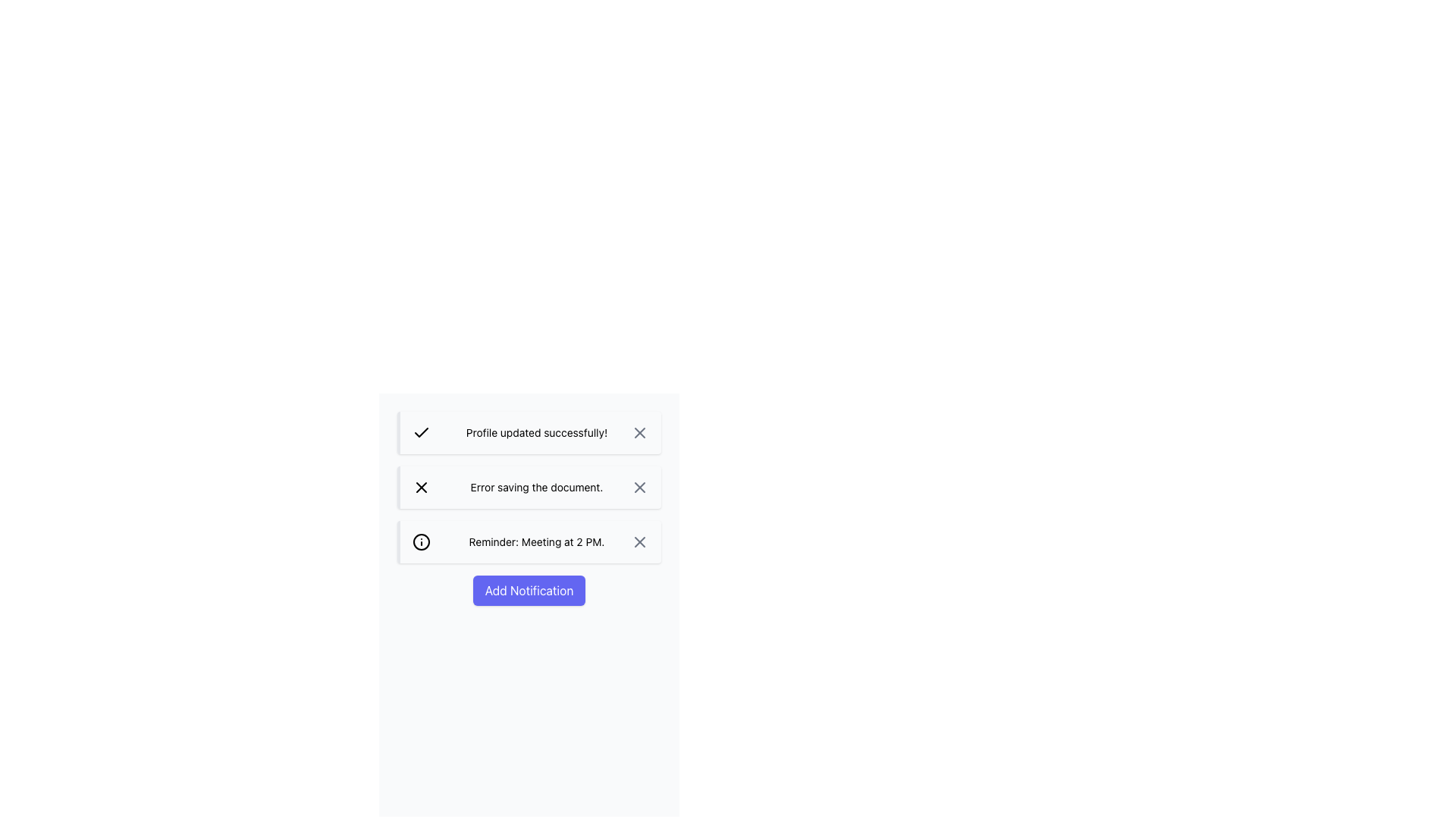 Image resolution: width=1456 pixels, height=819 pixels. What do you see at coordinates (422, 541) in the screenshot?
I see `the Circle SVG element that represents the reminder notification for 'Meeting at 2 PM', located in the leftmost position of the third notification box` at bounding box center [422, 541].